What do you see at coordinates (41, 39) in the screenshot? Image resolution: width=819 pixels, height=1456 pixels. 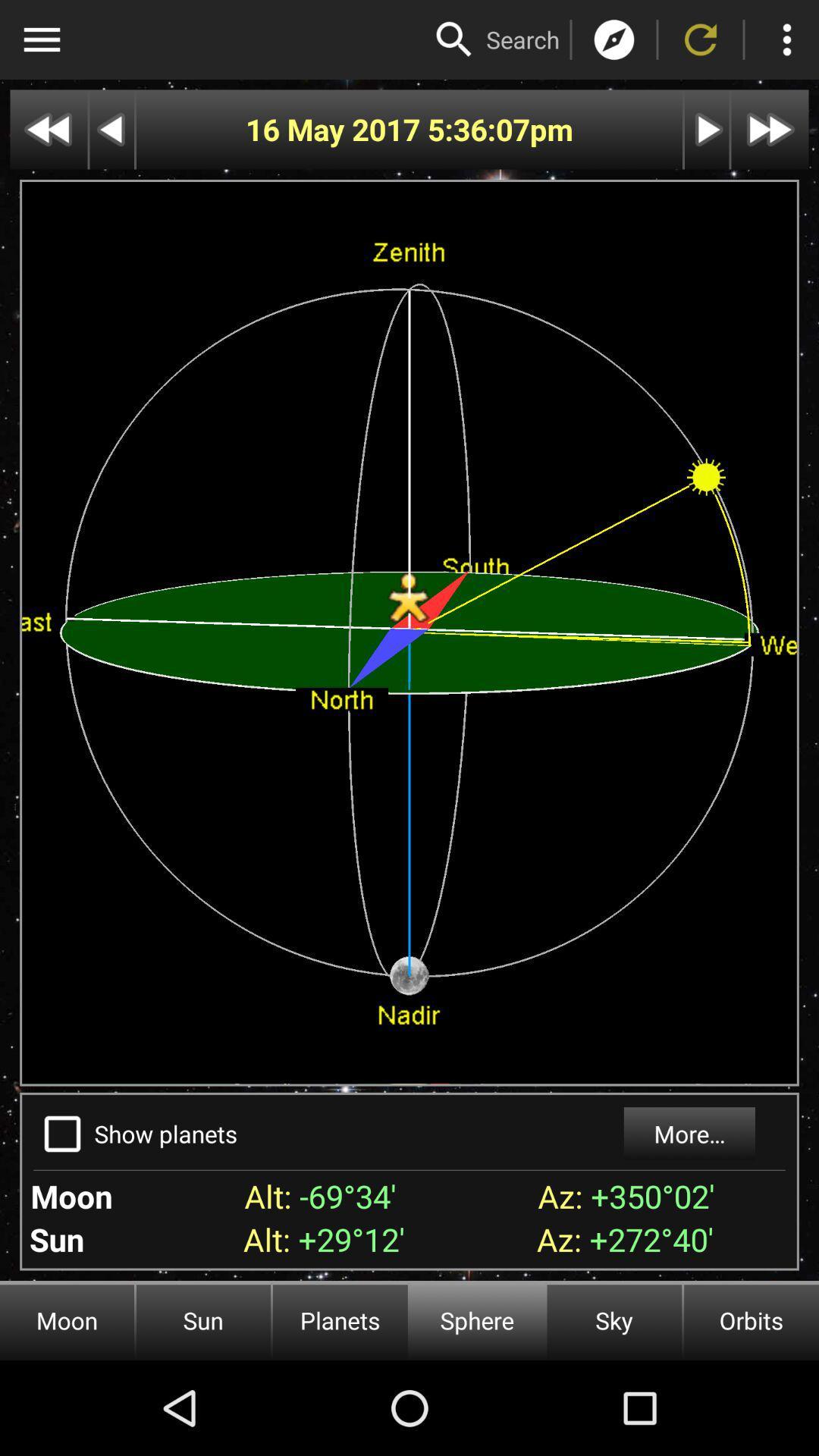 I see `option menu` at bounding box center [41, 39].